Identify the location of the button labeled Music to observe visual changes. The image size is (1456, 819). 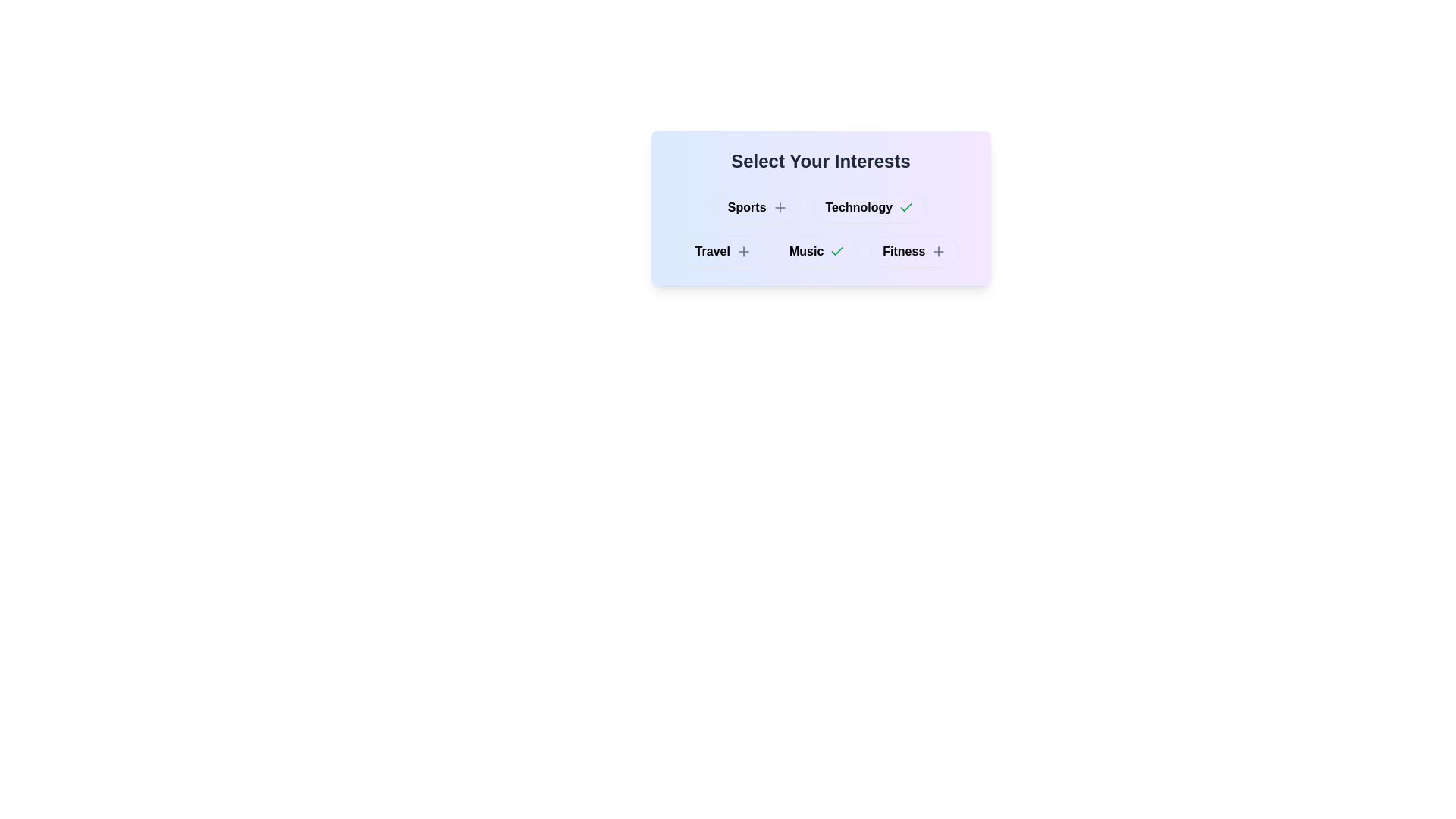
(817, 250).